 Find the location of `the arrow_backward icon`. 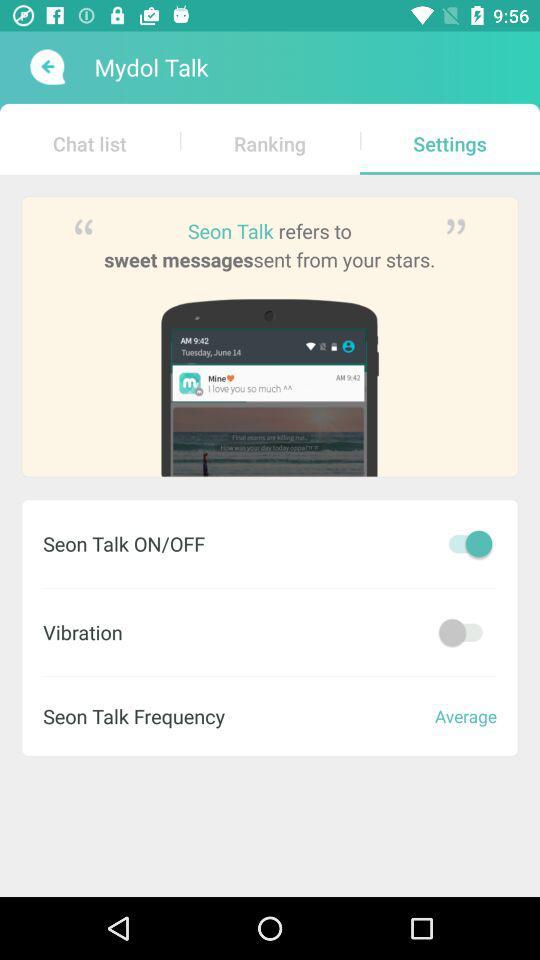

the arrow_backward icon is located at coordinates (45, 67).